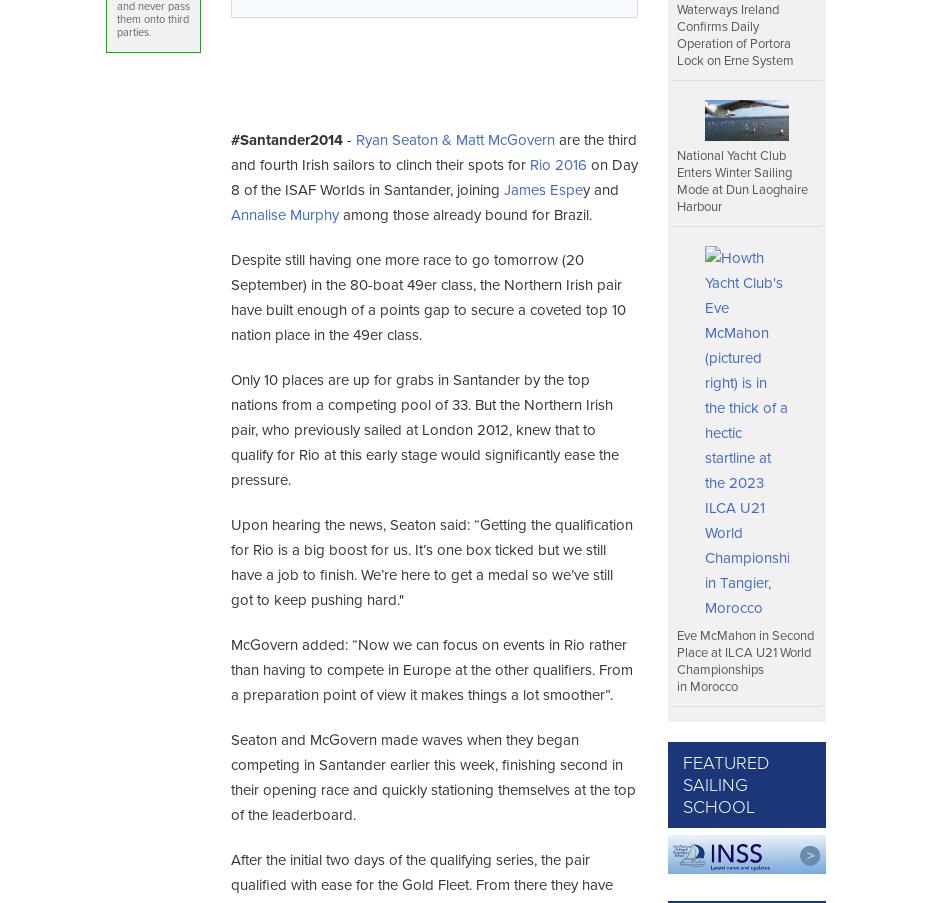  I want to click on 'among those already bound for Brazil.', so click(463, 215).